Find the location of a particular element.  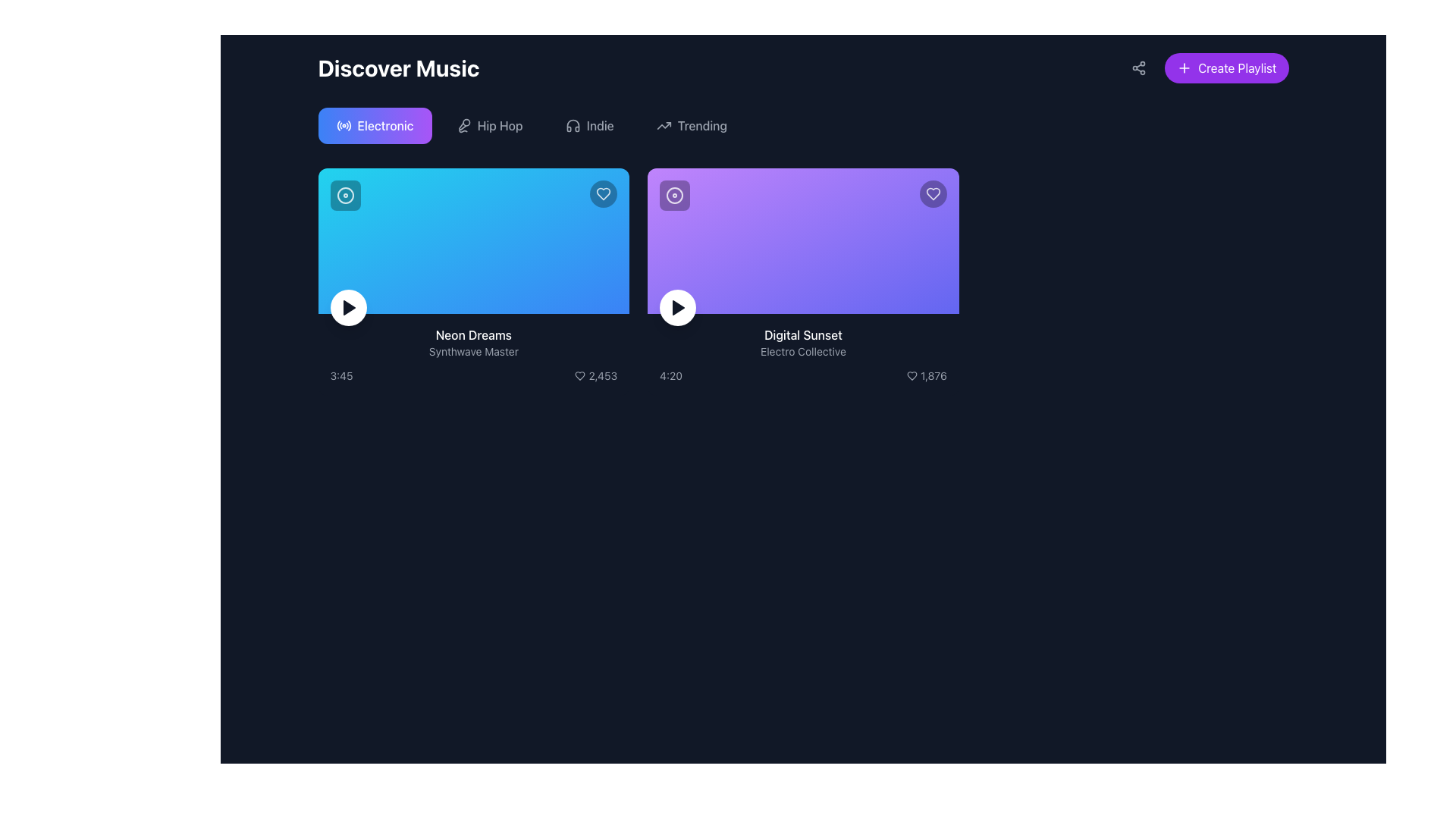

the 'Indie' button in the 'Discover Music' section is located at coordinates (588, 124).